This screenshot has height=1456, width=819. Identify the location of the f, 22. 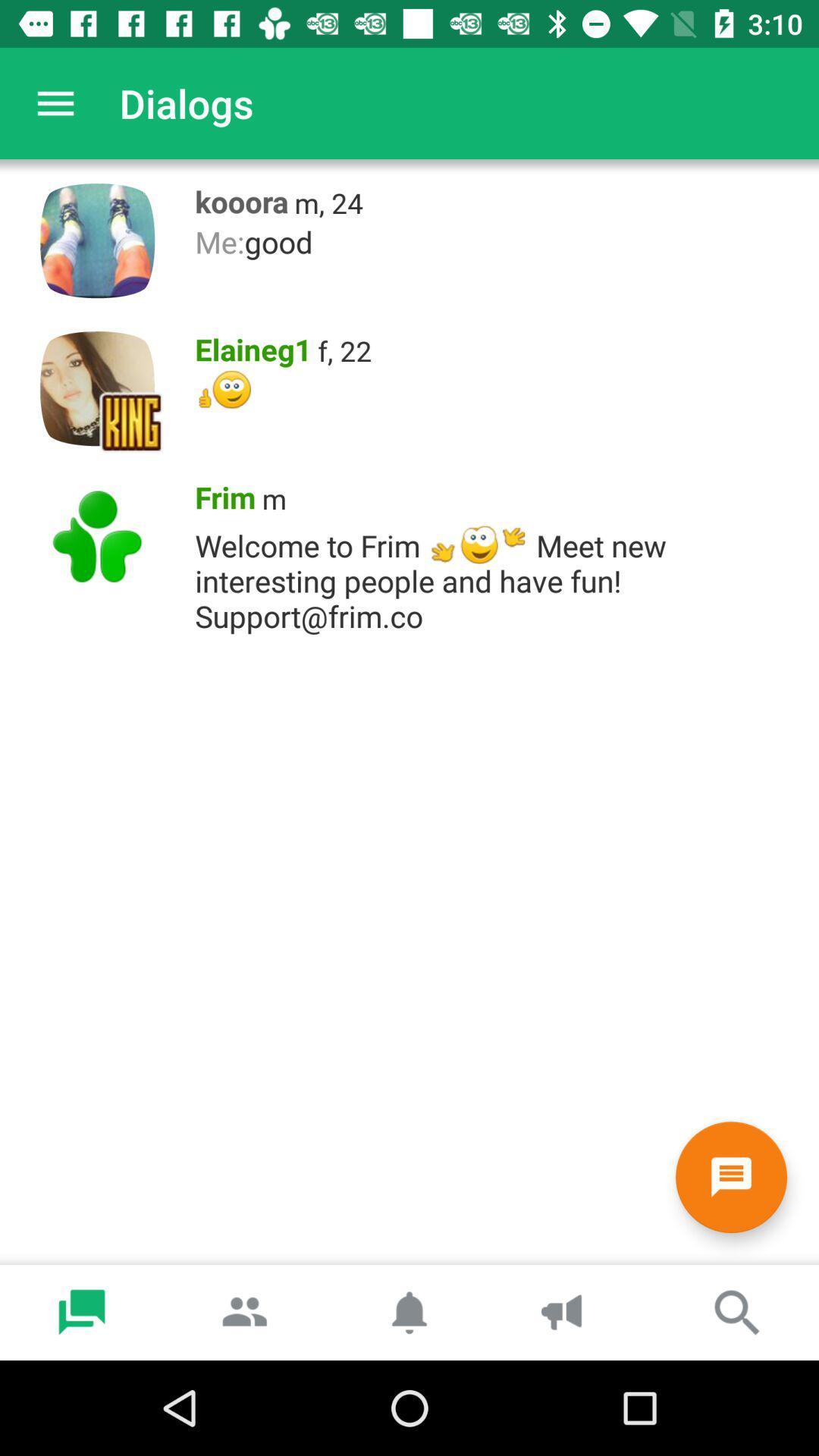
(344, 350).